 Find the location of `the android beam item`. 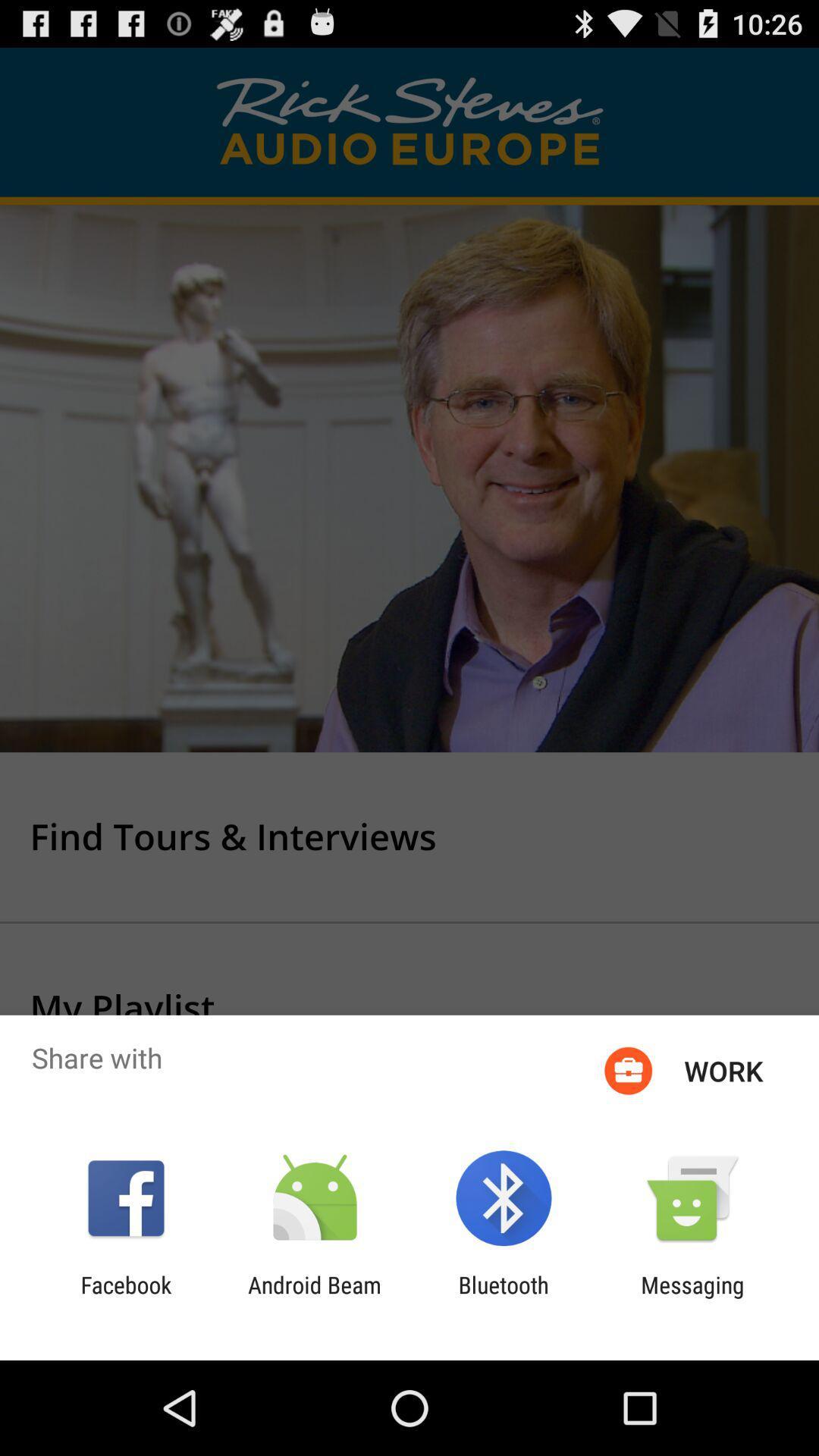

the android beam item is located at coordinates (314, 1298).